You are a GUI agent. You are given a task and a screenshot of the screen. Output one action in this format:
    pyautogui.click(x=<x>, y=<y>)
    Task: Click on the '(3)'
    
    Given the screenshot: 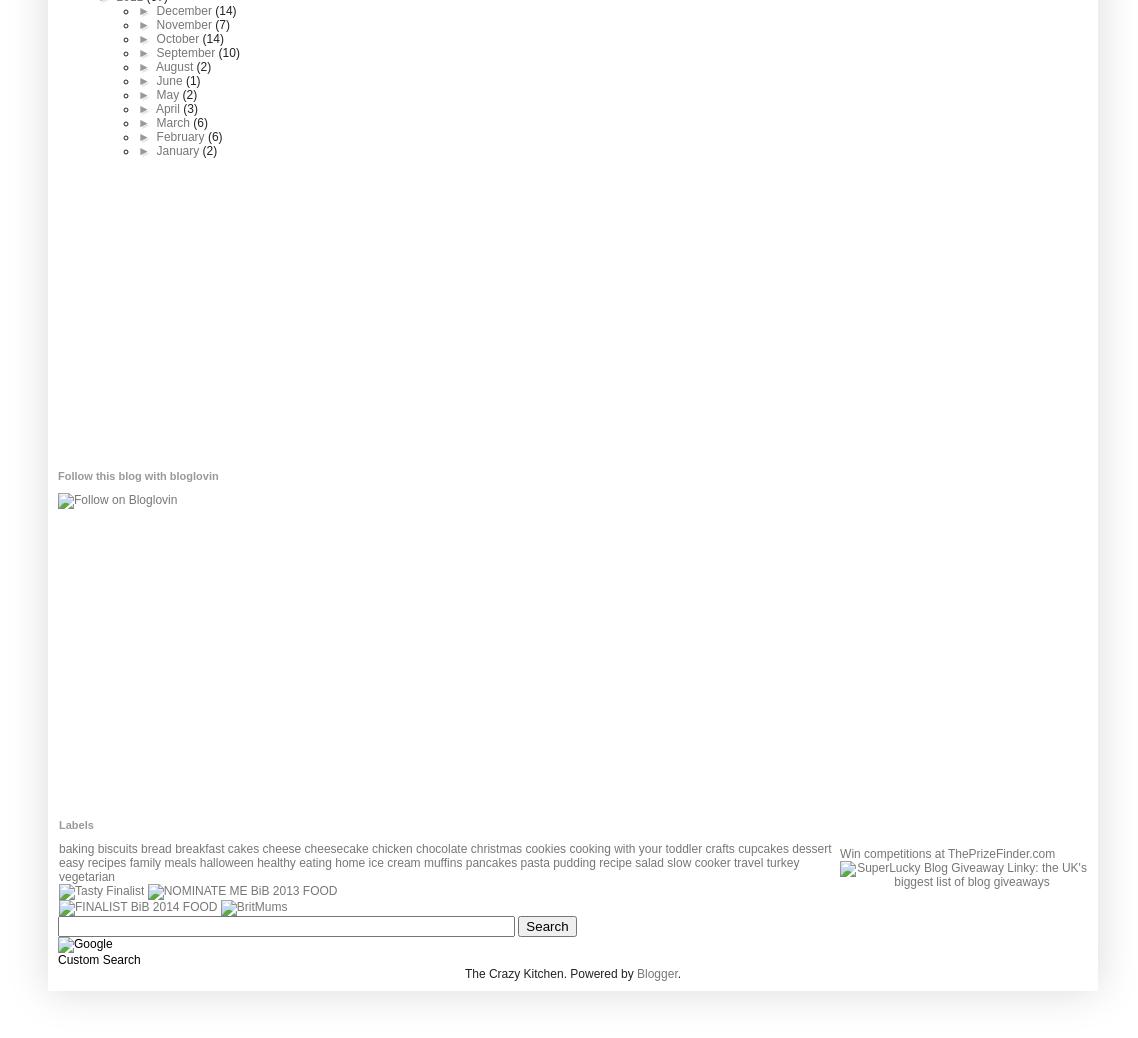 What is the action you would take?
    pyautogui.click(x=181, y=107)
    